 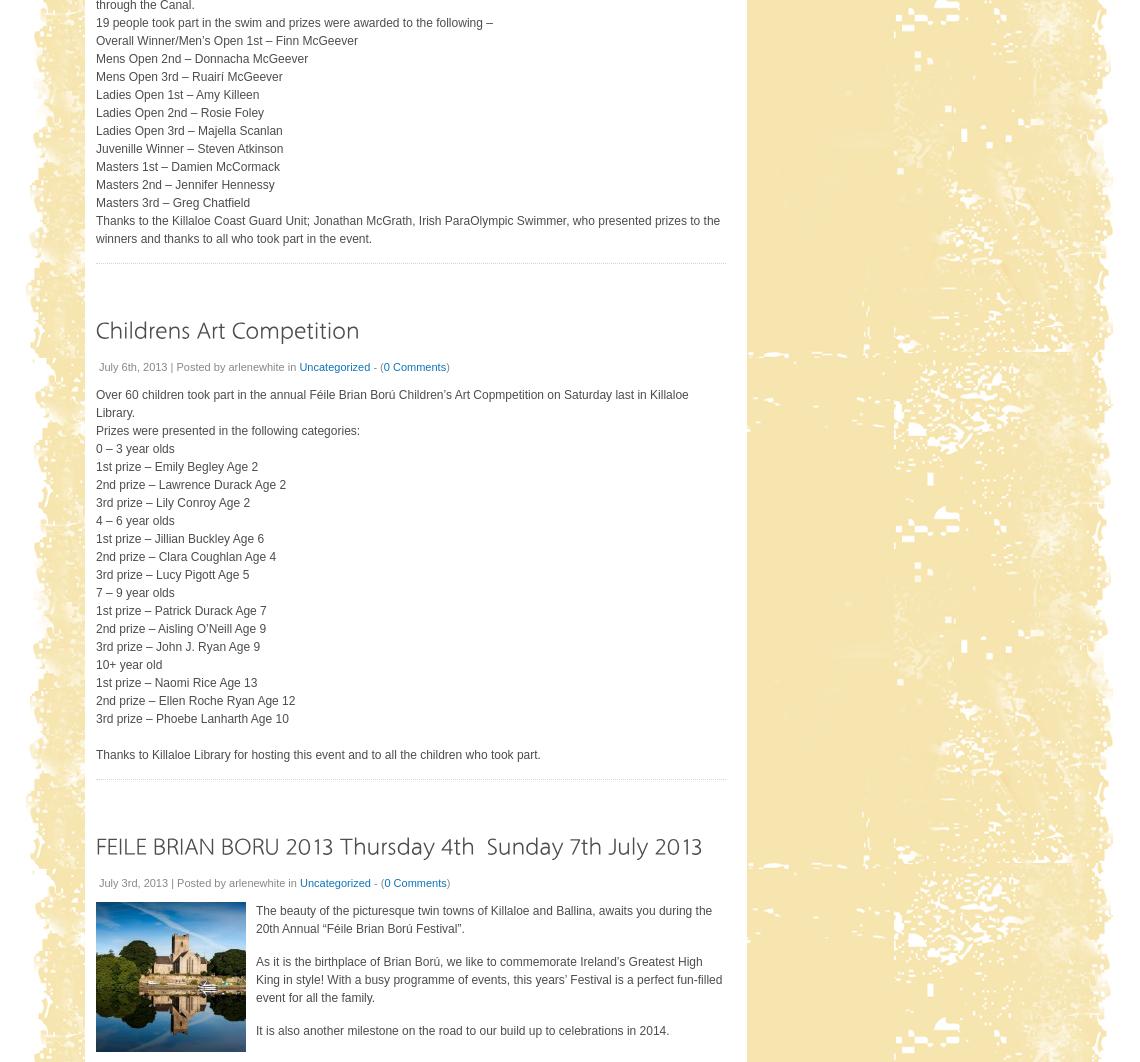 What do you see at coordinates (191, 718) in the screenshot?
I see `'3rd prize – Phoebe Lanharth Age 10'` at bounding box center [191, 718].